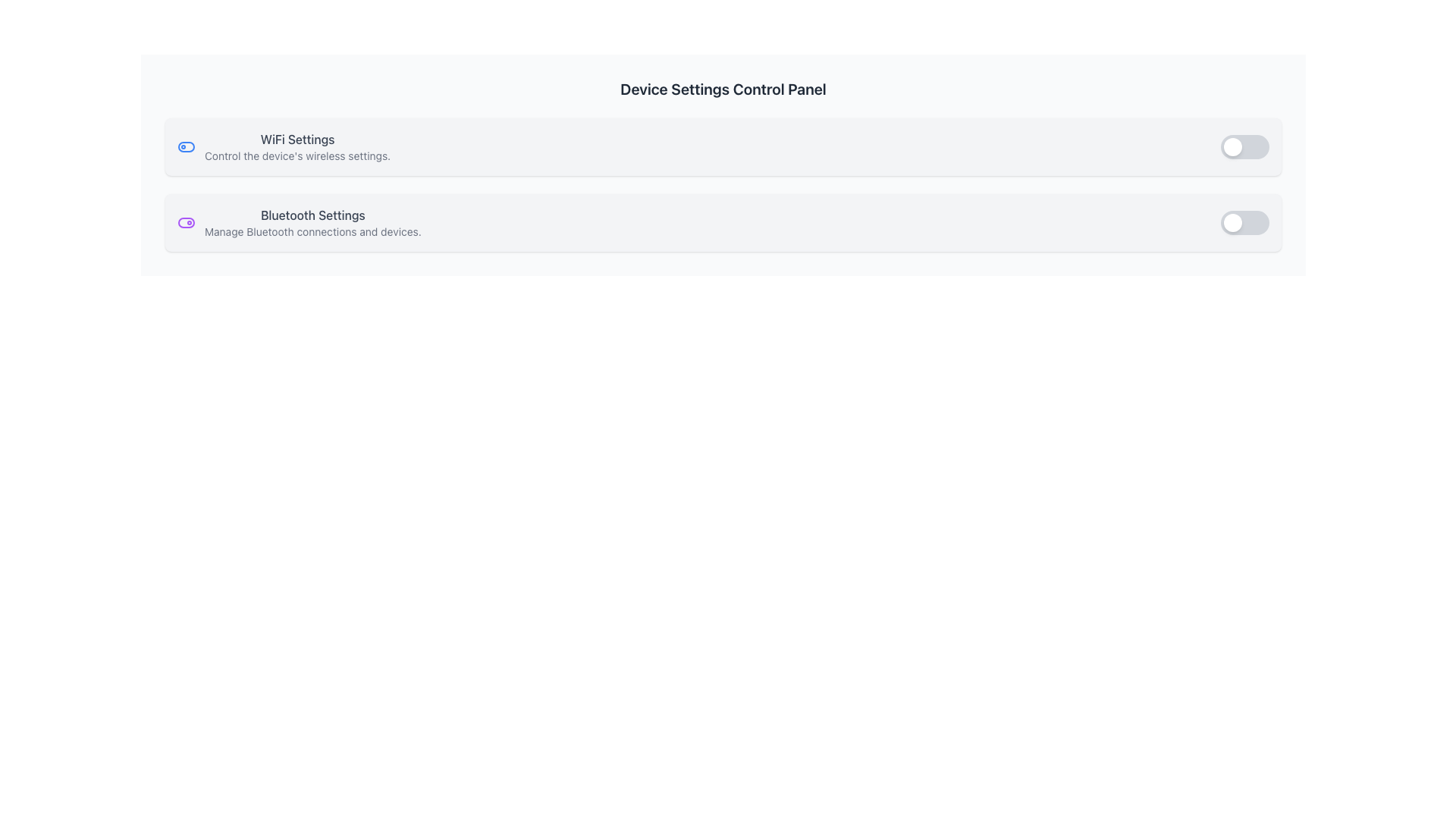  Describe the element at coordinates (1233, 146) in the screenshot. I see `the toggle switch knob located at the top-right section of the interface, on the right side of the 'WiFi Settings' row, to switch its position from 'off' to 'on'` at that location.